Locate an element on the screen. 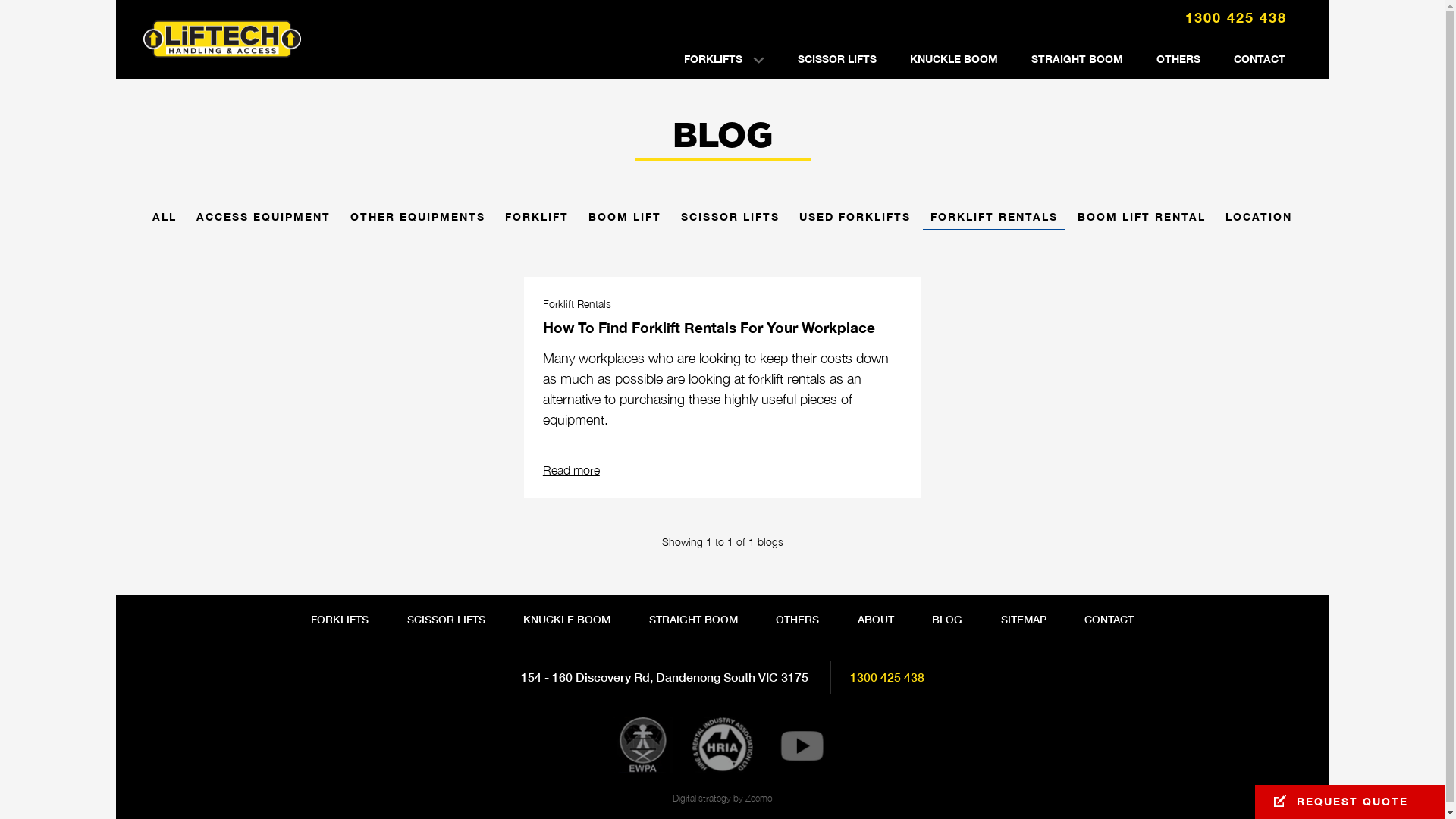 The width and height of the screenshot is (1456, 819). 'Zeemo' is located at coordinates (758, 797).